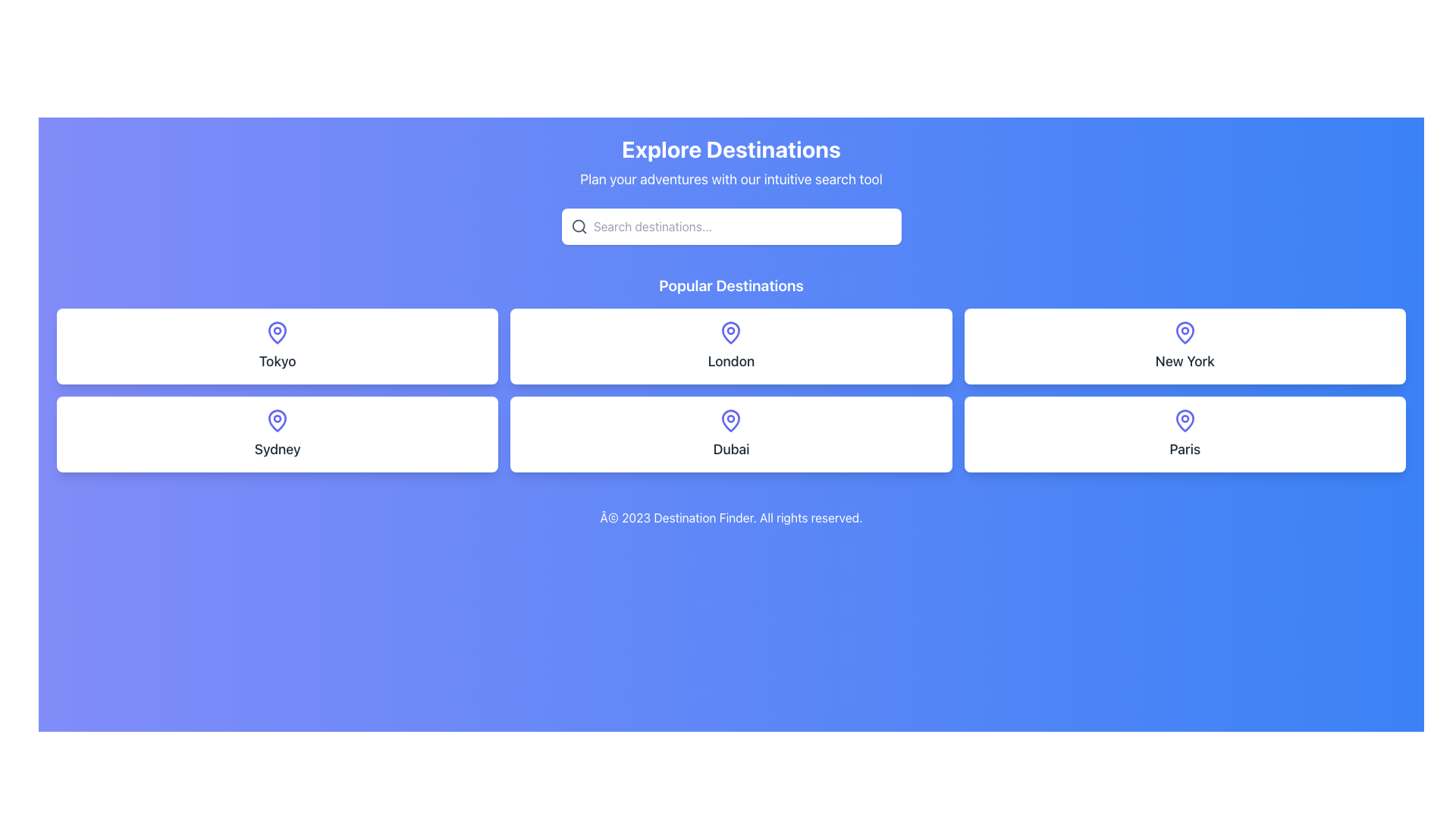 The image size is (1456, 819). I want to click on the Card element with a white background, rounded corners, and a map pin icon for 'London' positioned in the second column of the grid layout, so click(731, 346).